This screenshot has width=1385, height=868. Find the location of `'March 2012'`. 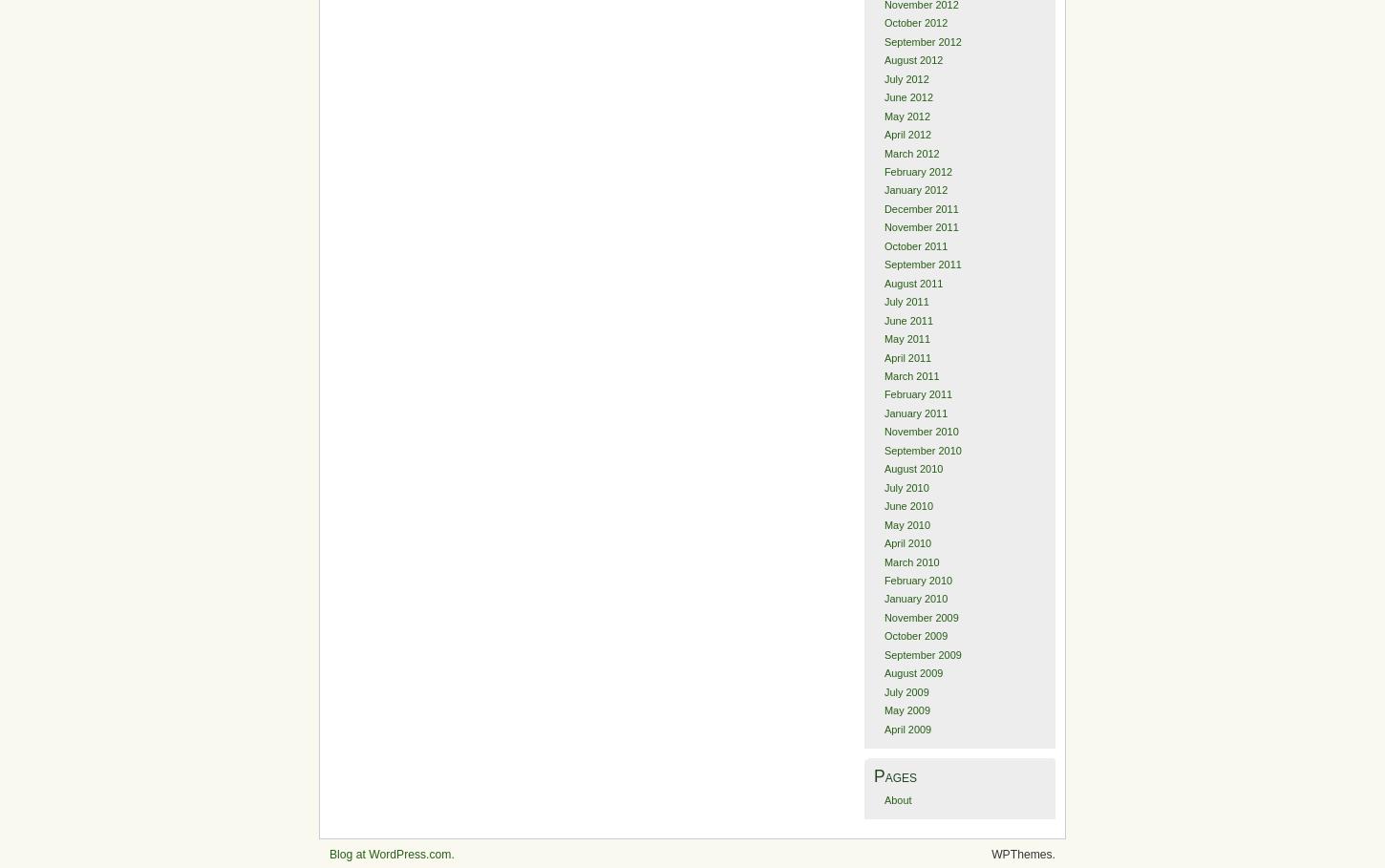

'March 2012' is located at coordinates (909, 151).